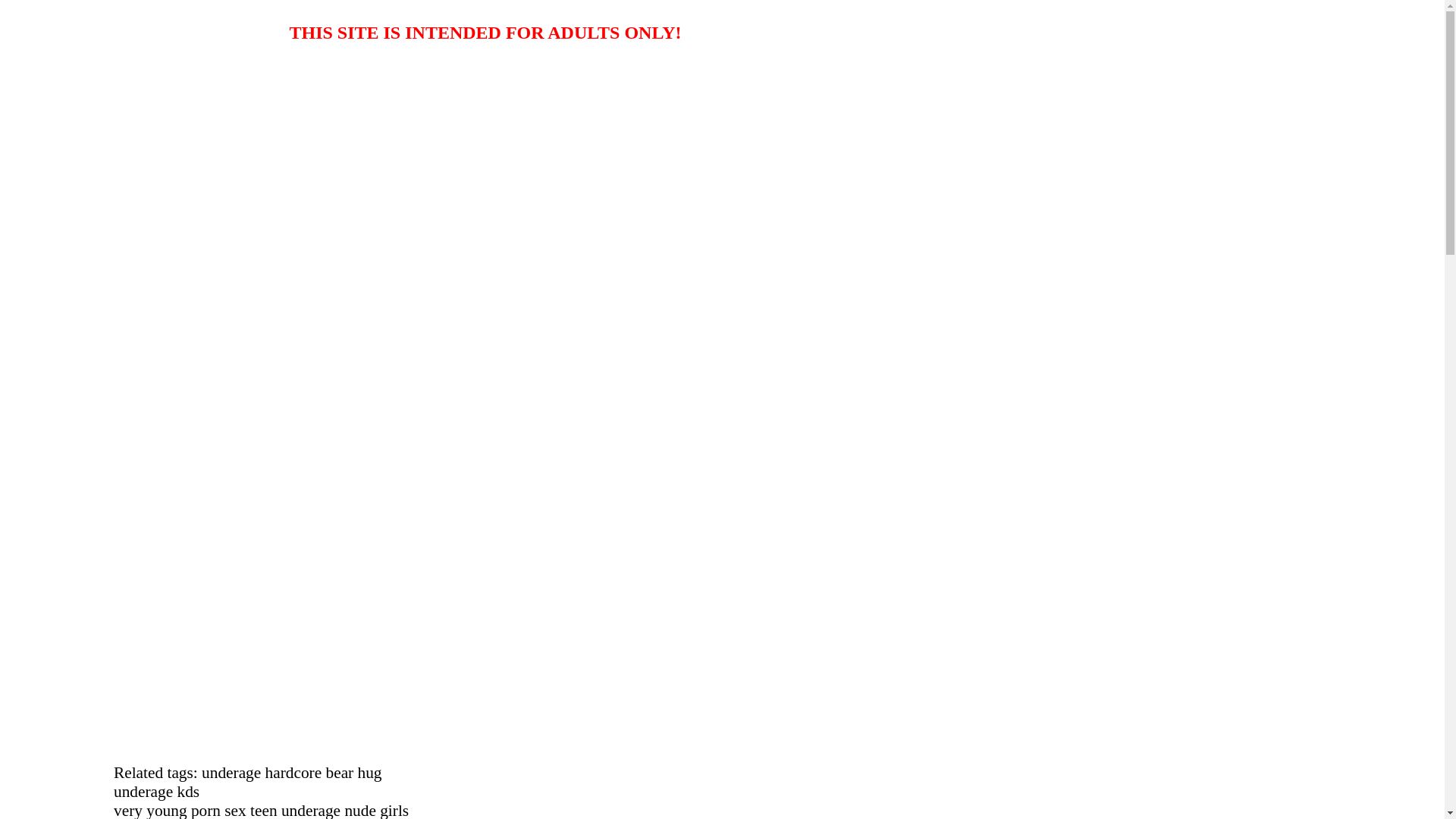  What do you see at coordinates (105, 70) in the screenshot?
I see `'Hot naked under age girls'` at bounding box center [105, 70].